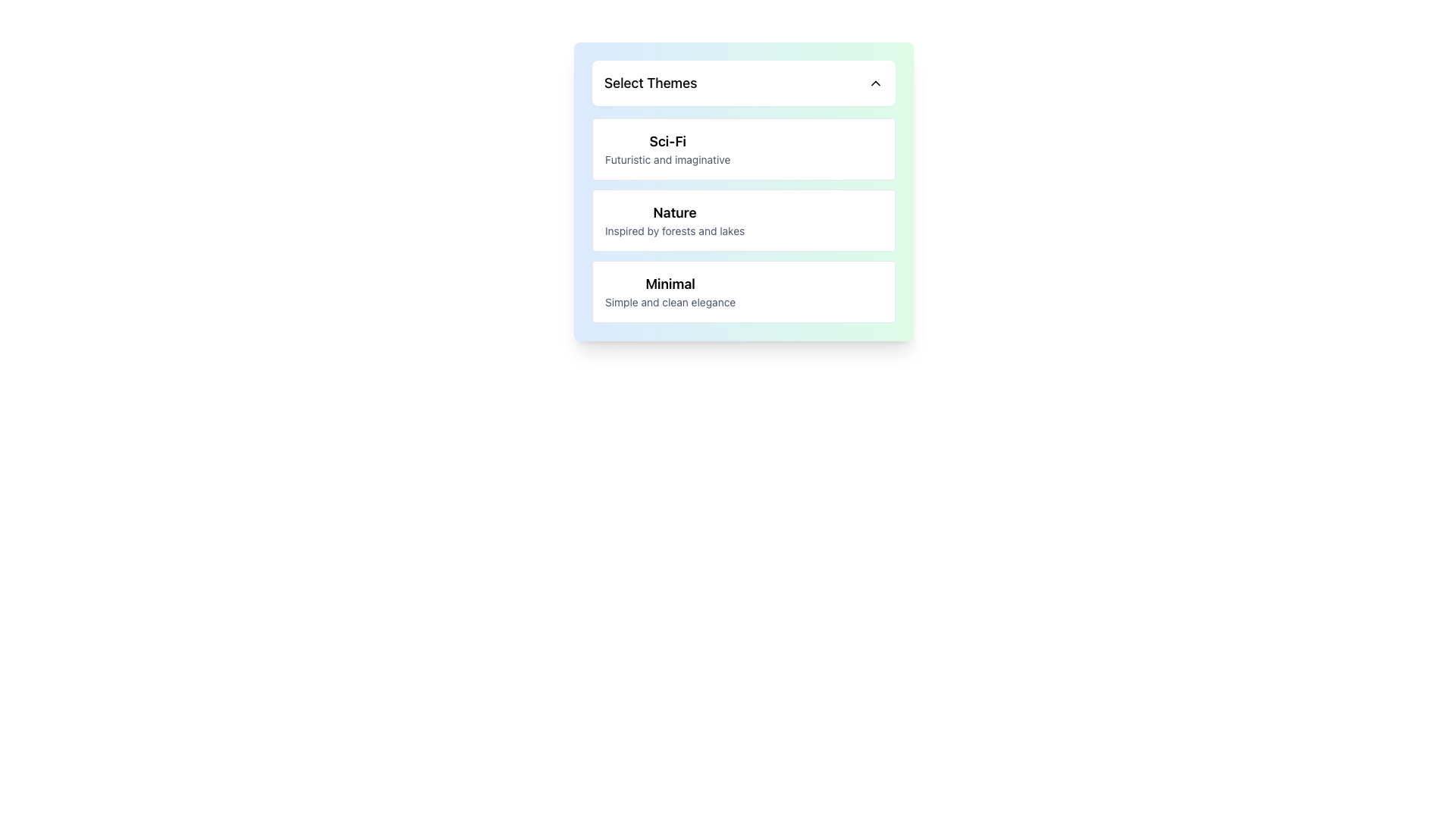 This screenshot has width=1456, height=819. I want to click on the bold and large text 'Minimal' which is the header for the third item in the list under 'Select Themes', so click(669, 284).